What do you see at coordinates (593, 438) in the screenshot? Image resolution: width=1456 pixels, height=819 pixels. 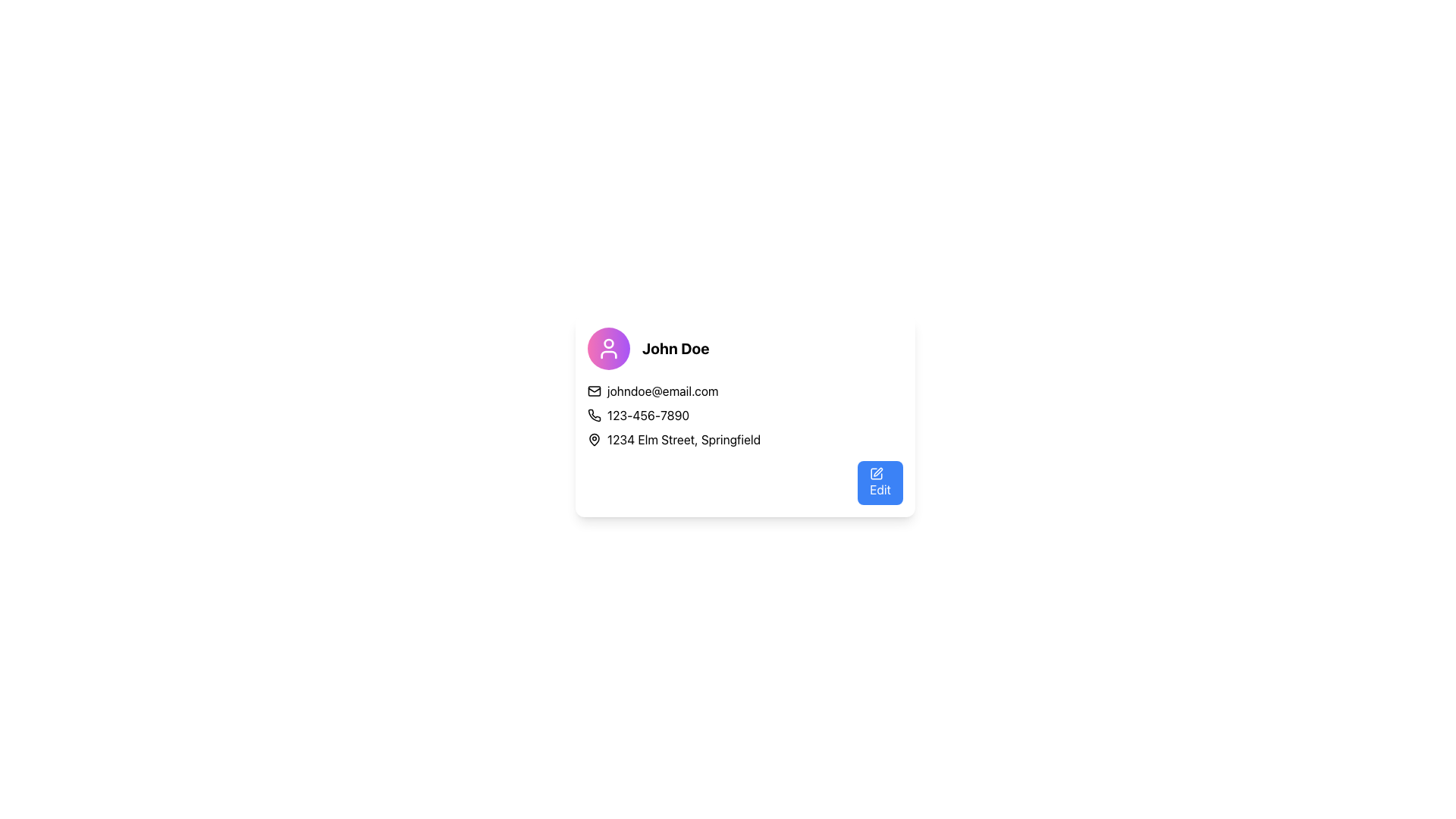 I see `the decorative location marker icon positioned to the left of the address '1234 Elm Street, Springfield' within the centrally located information card` at bounding box center [593, 438].